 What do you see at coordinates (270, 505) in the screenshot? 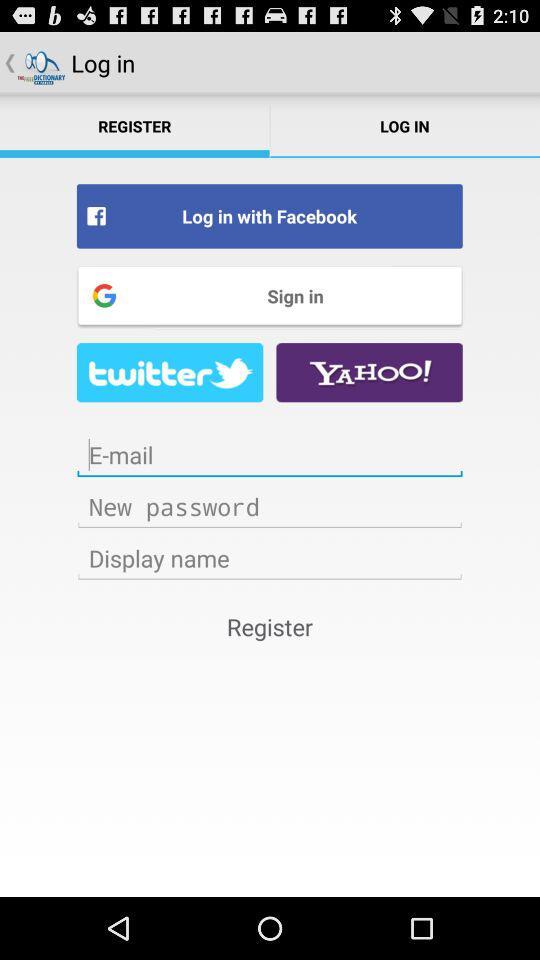
I see `the password` at bounding box center [270, 505].